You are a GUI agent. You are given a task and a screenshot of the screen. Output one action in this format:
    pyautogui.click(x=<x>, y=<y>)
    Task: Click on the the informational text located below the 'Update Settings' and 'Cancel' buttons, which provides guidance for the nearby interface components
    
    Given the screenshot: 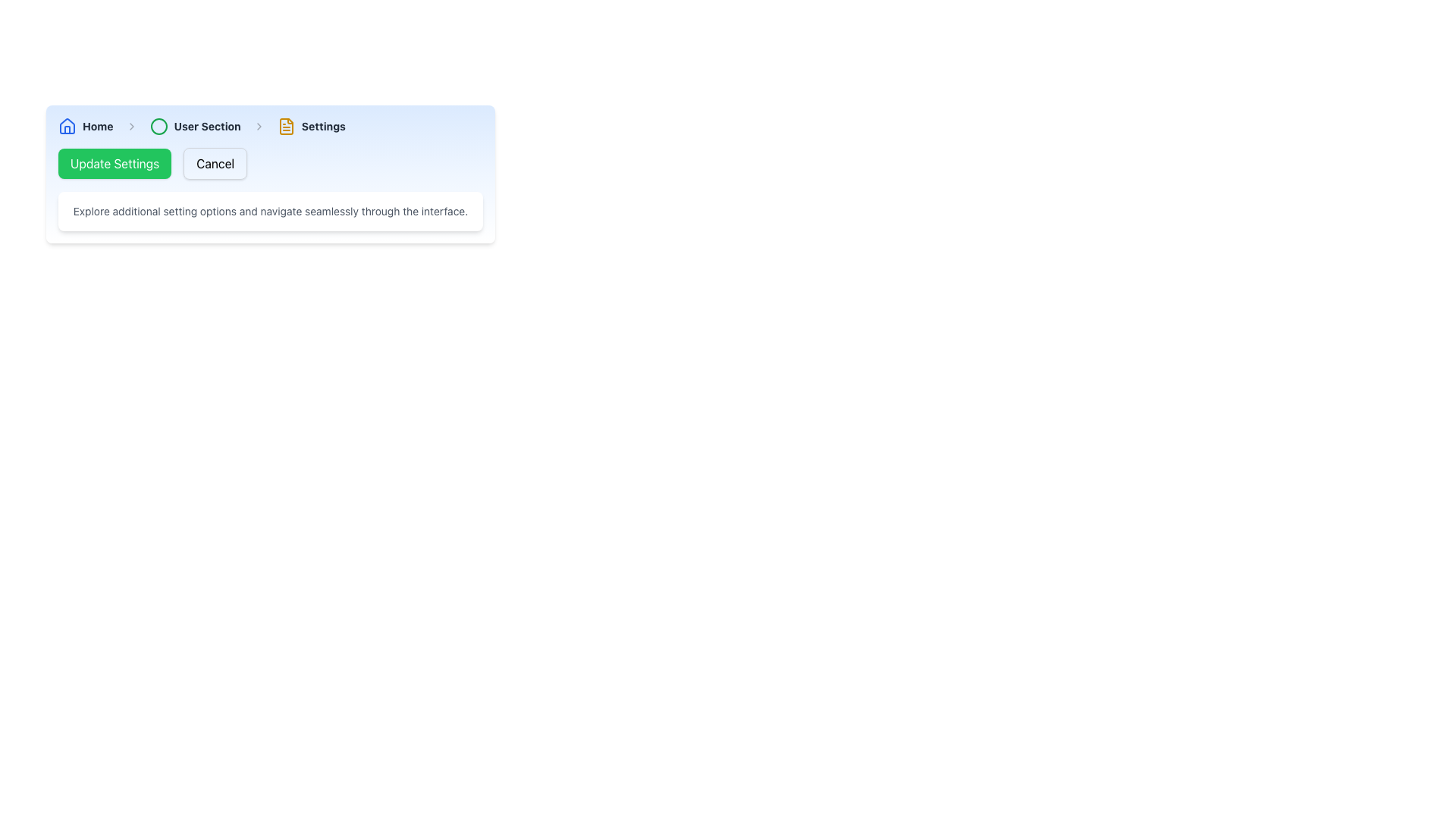 What is the action you would take?
    pyautogui.click(x=270, y=211)
    